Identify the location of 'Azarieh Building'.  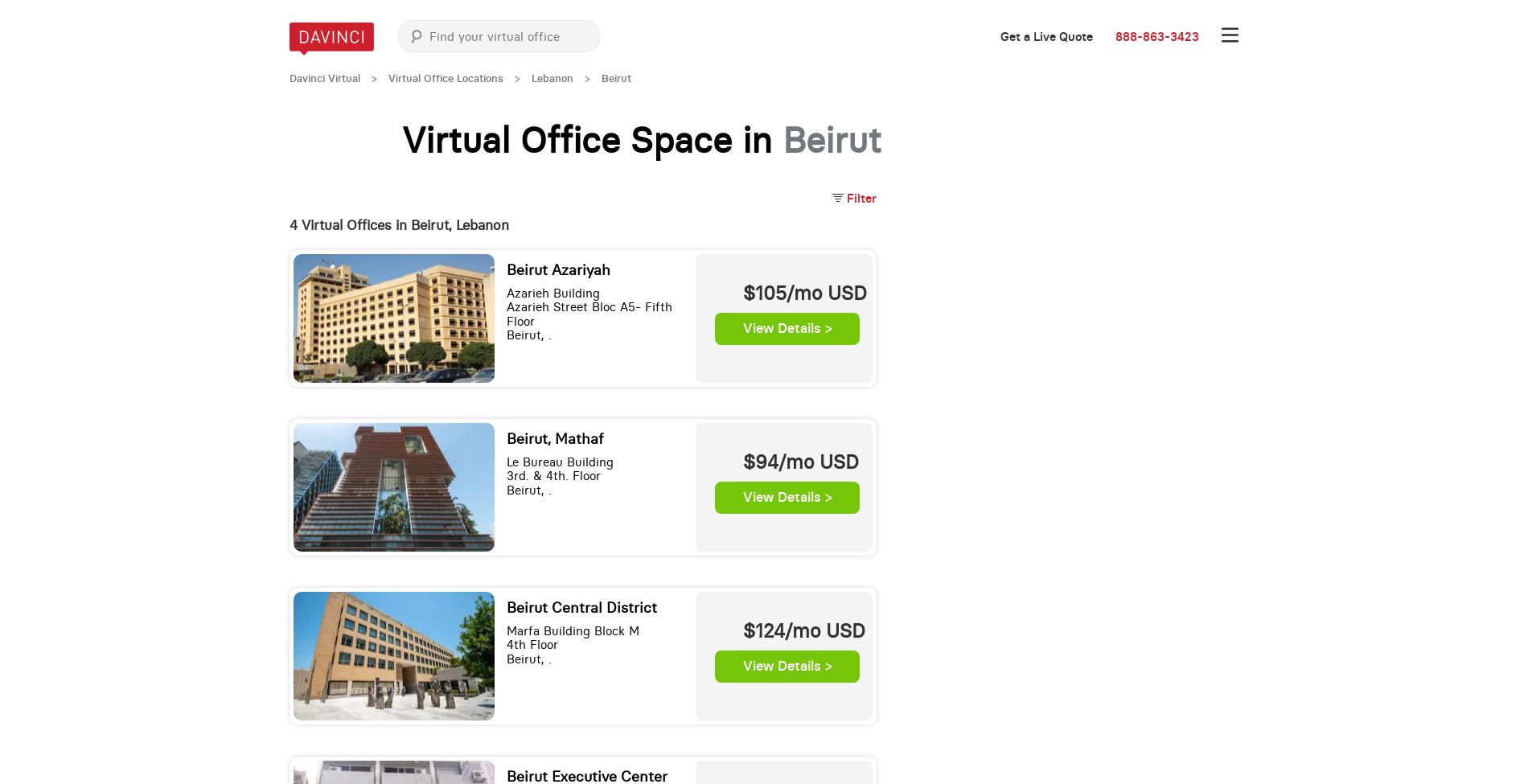
(506, 292).